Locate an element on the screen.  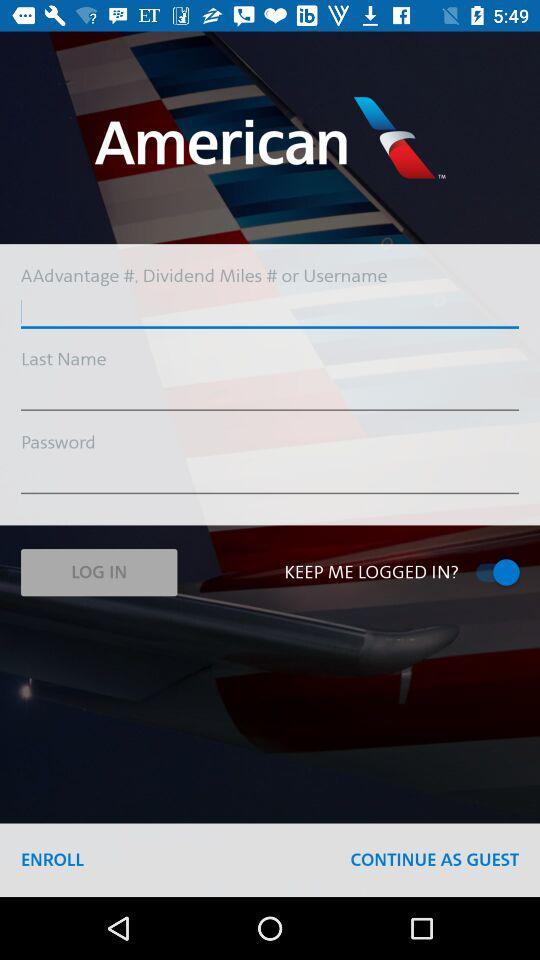
the icon below the last name is located at coordinates (270, 394).